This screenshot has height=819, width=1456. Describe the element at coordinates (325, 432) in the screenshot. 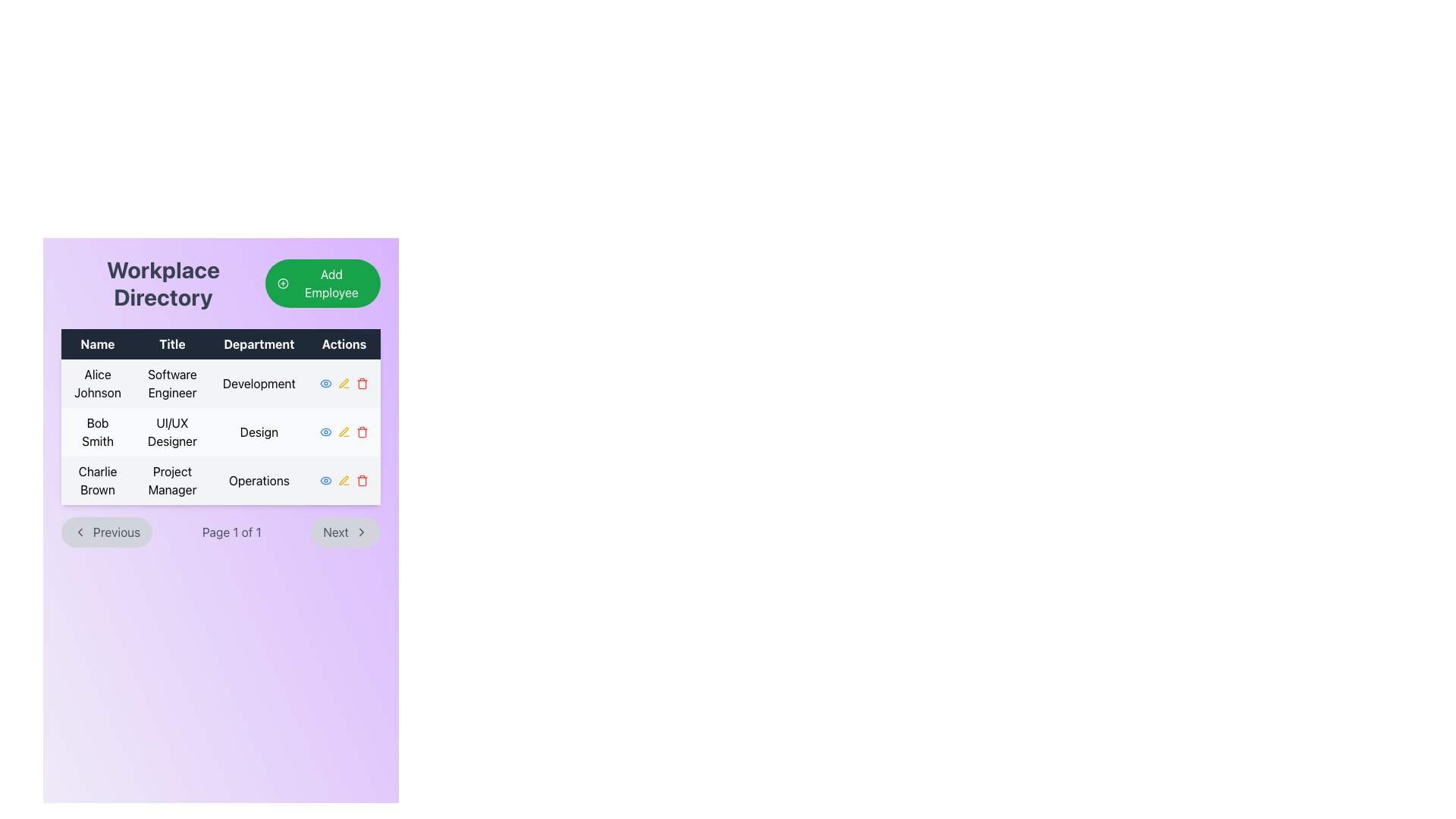

I see `the visibility icon in the 'Actions' column for Bob Smith in the second row of the table` at that location.